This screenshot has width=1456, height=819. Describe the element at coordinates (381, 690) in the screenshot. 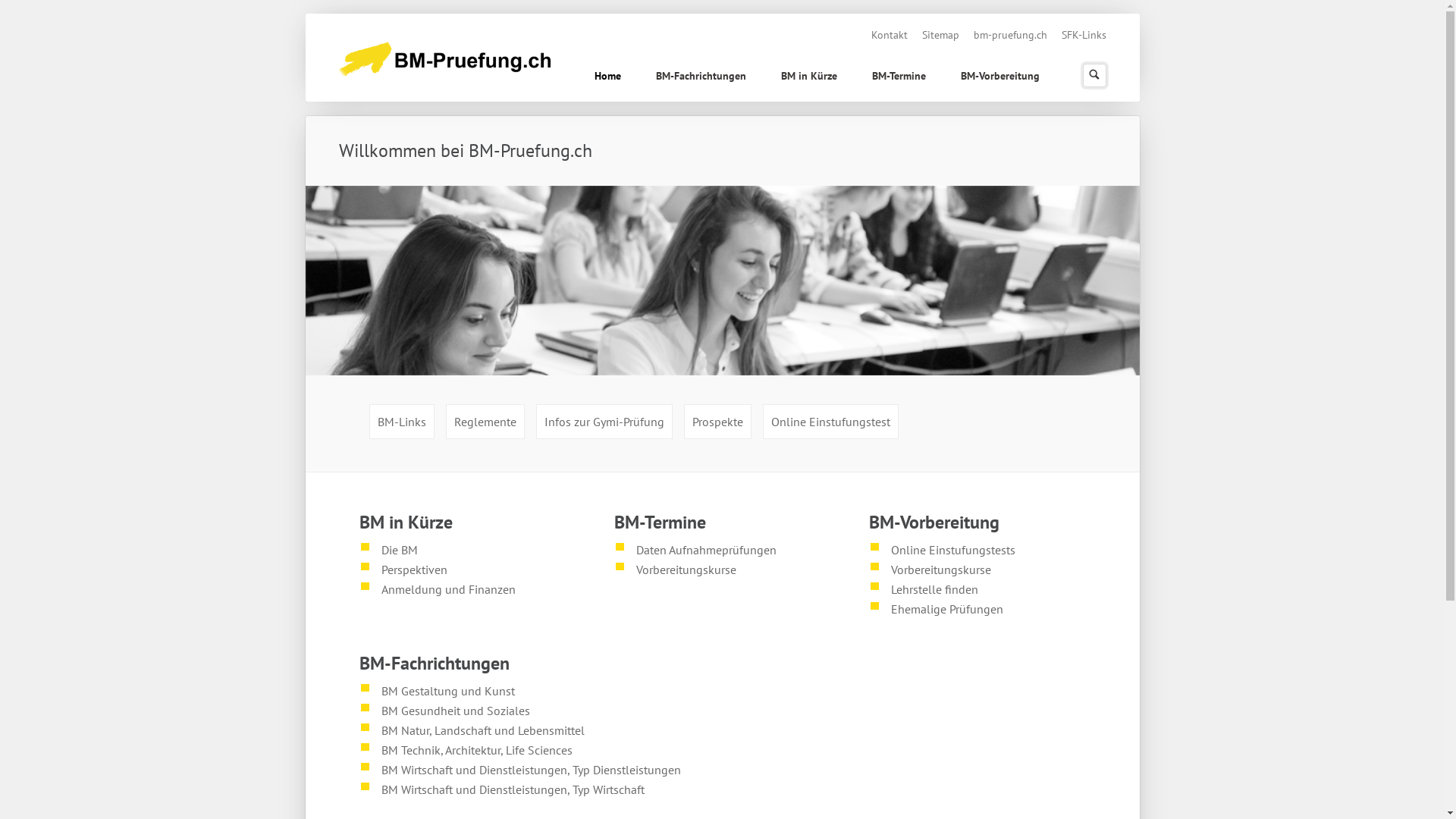

I see `'BM Gestaltung und Kunst'` at that location.